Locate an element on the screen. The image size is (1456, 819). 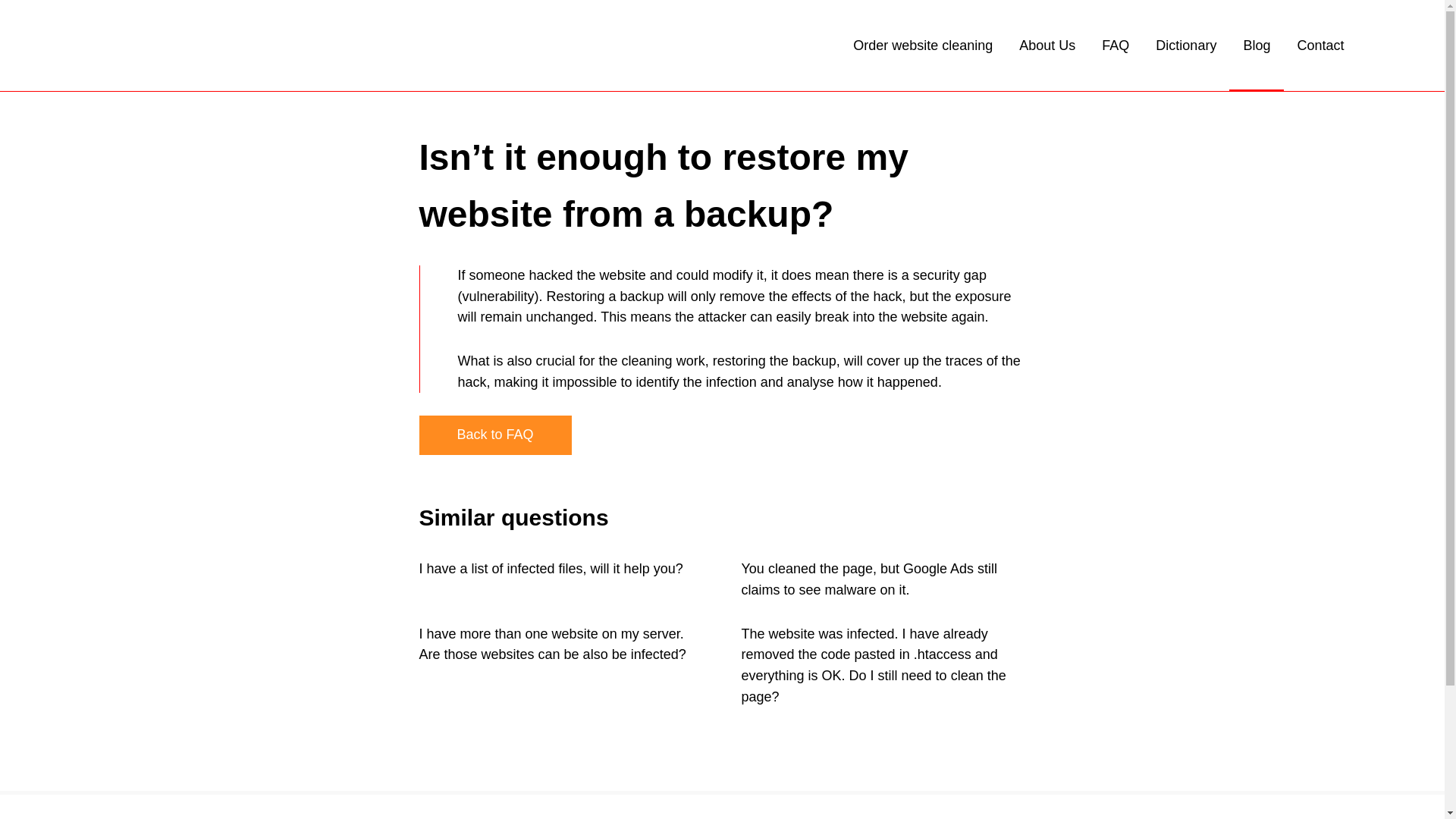
'360 WebRescue' is located at coordinates (213, 45).